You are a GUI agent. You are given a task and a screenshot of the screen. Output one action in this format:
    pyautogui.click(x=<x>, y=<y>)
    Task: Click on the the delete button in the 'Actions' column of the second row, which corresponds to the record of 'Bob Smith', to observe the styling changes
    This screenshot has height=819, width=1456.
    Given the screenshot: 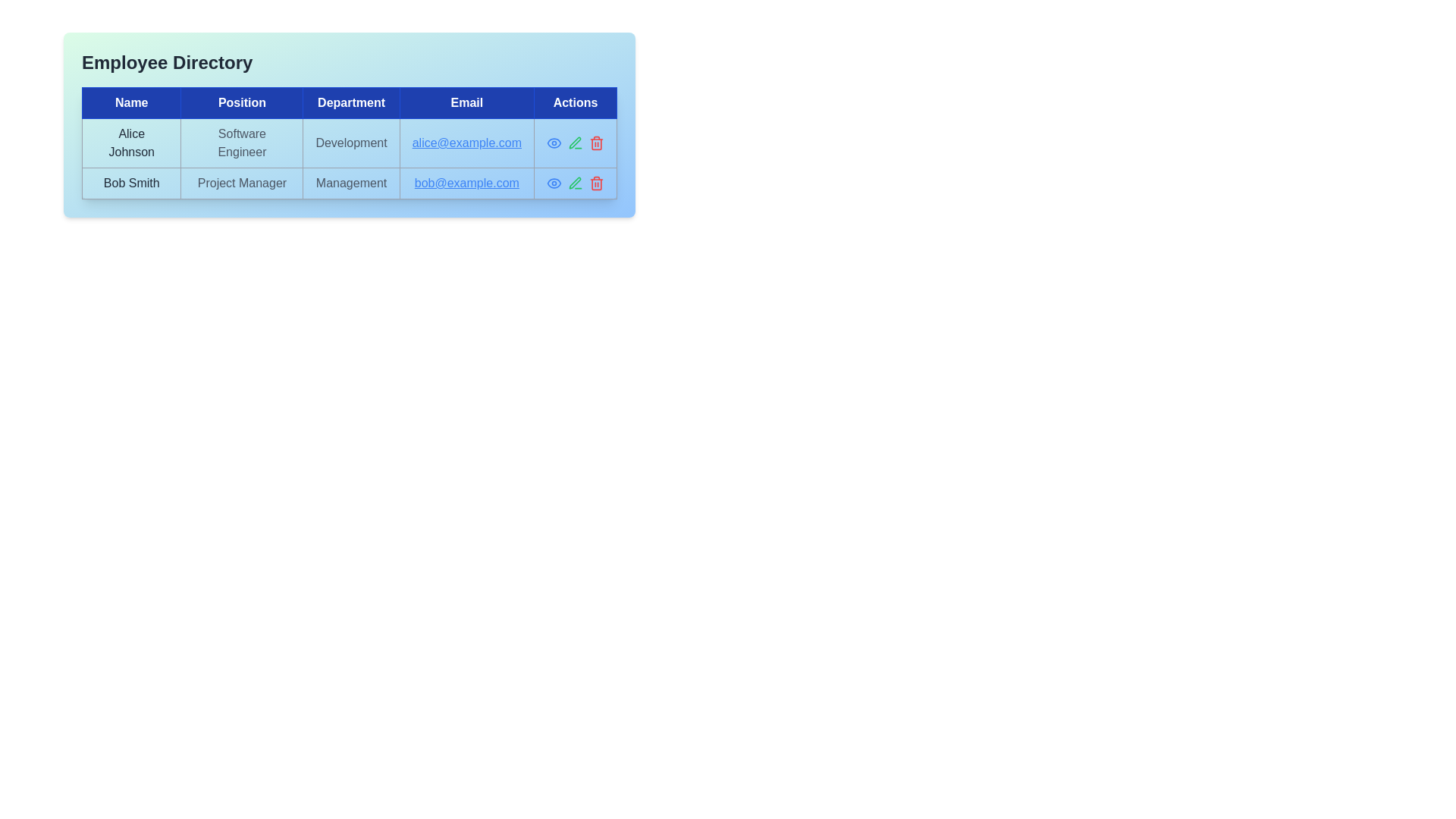 What is the action you would take?
    pyautogui.click(x=596, y=183)
    